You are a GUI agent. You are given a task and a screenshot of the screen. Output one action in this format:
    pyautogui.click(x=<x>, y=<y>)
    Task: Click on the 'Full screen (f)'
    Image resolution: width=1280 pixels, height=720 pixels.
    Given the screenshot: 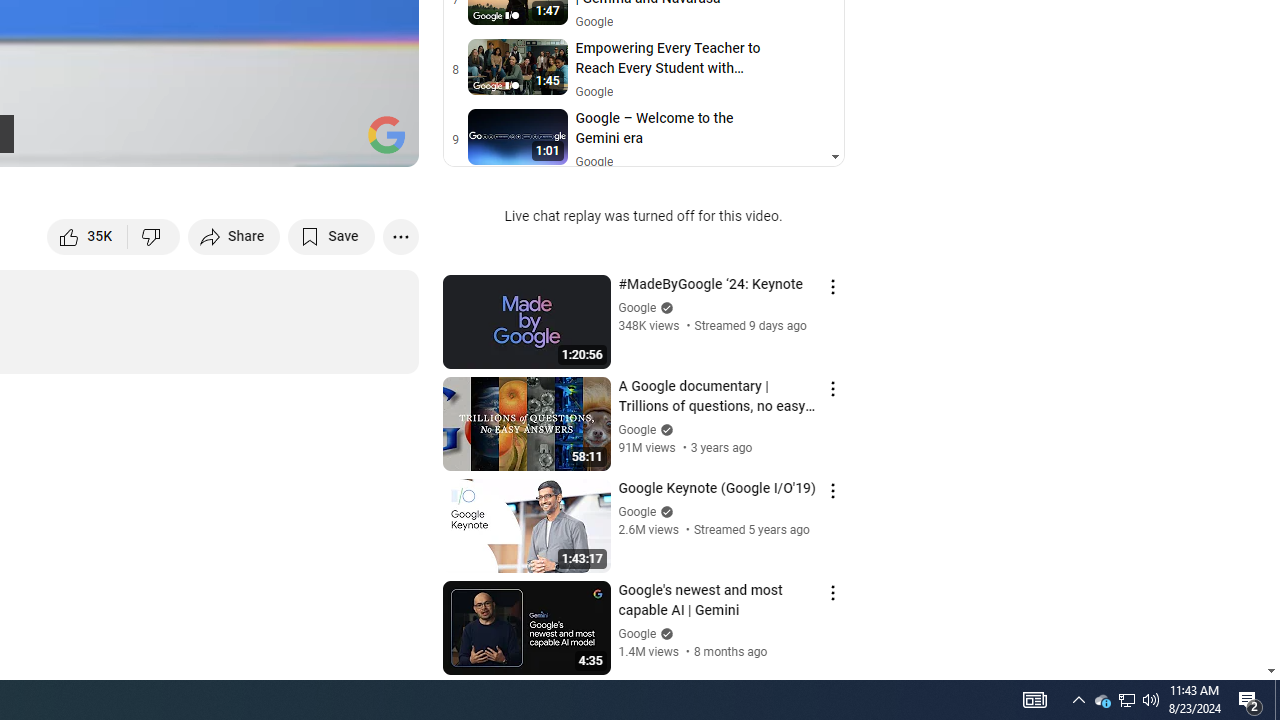 What is the action you would take?
    pyautogui.click(x=382, y=141)
    